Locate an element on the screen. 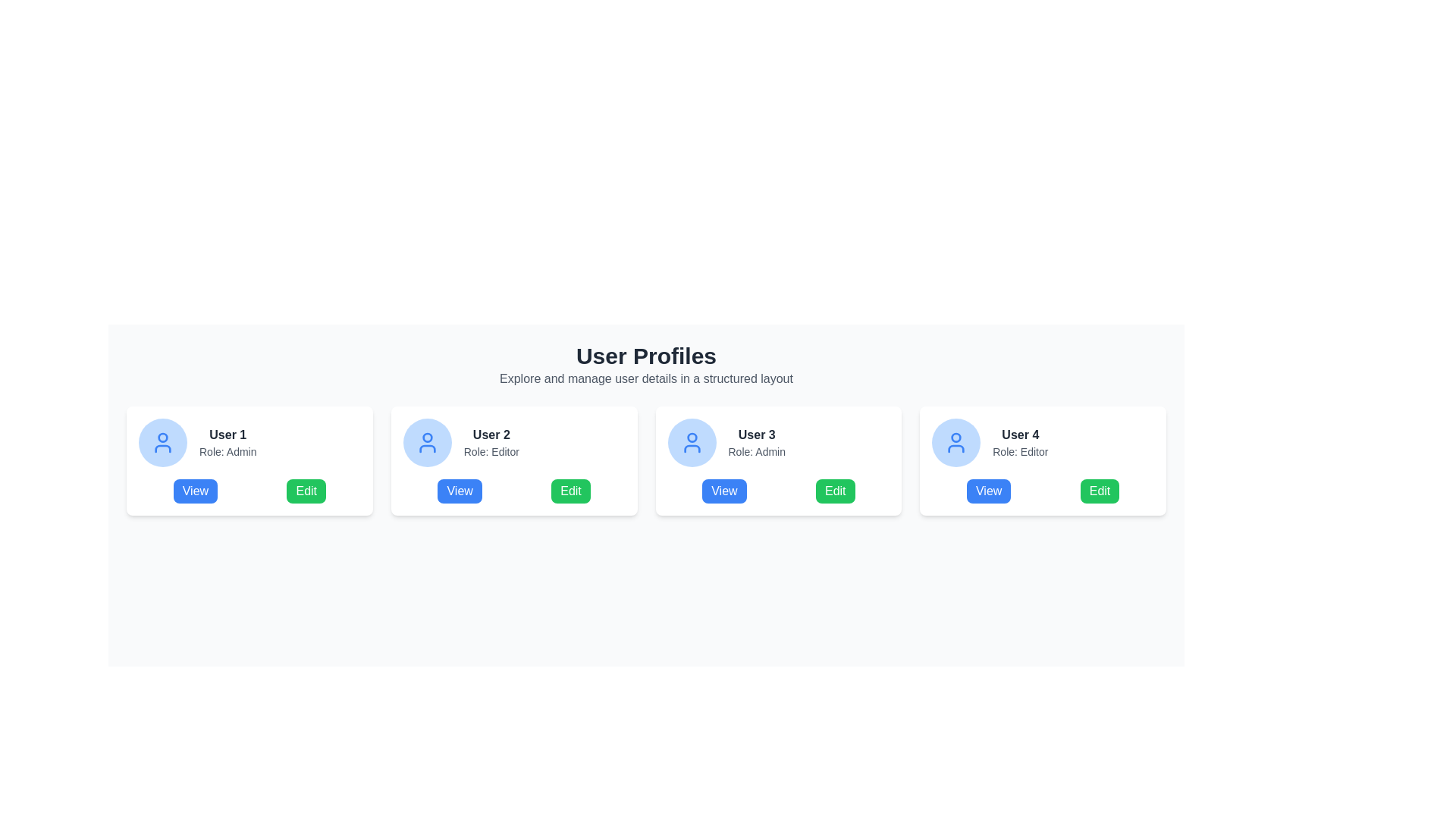  the fourth user information display card is located at coordinates (1042, 442).